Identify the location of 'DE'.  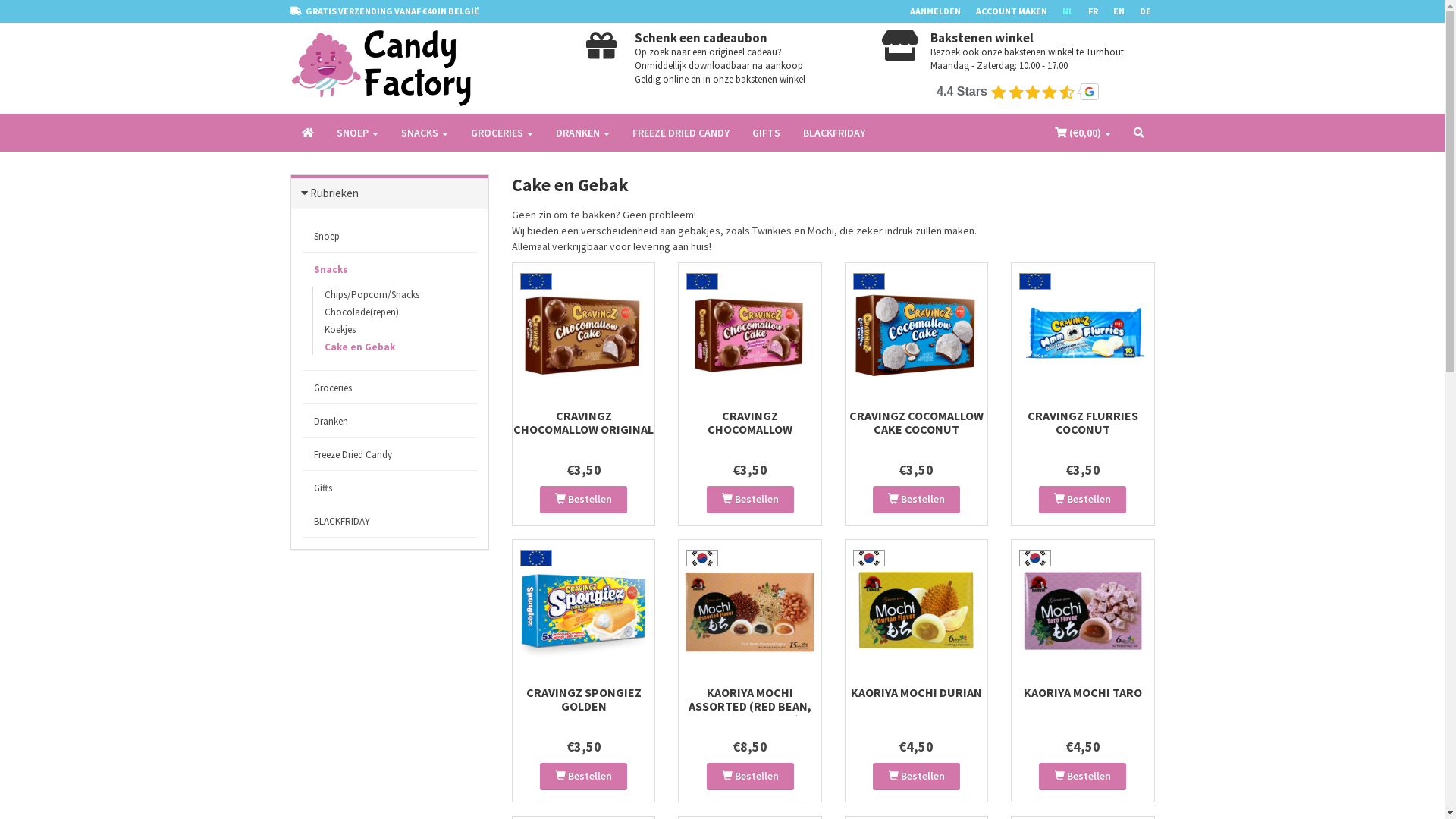
(1152, 11).